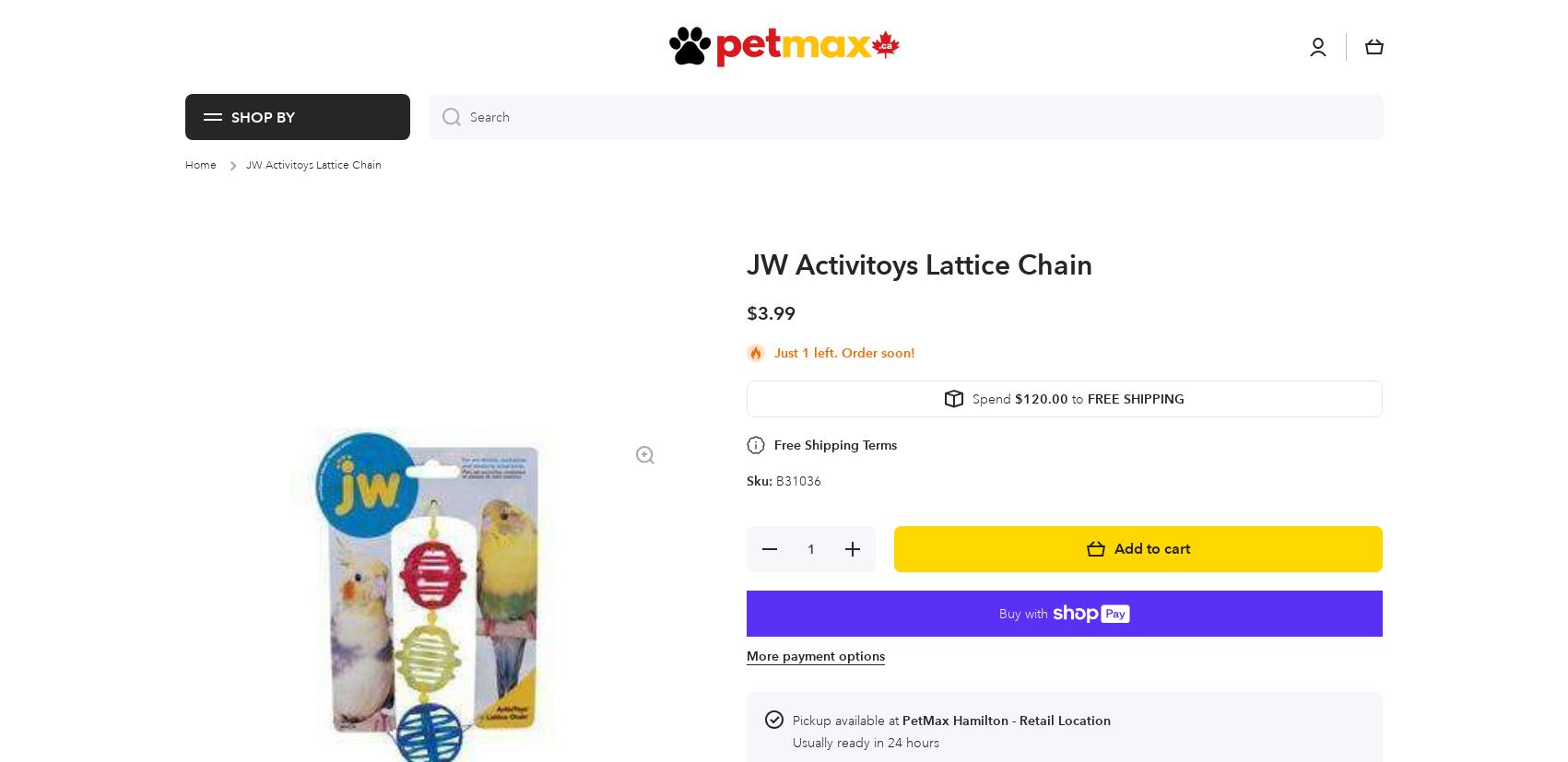 Image resolution: width=1568 pixels, height=762 pixels. Describe the element at coordinates (684, 22) in the screenshot. I see `'Scratching Posts'` at that location.